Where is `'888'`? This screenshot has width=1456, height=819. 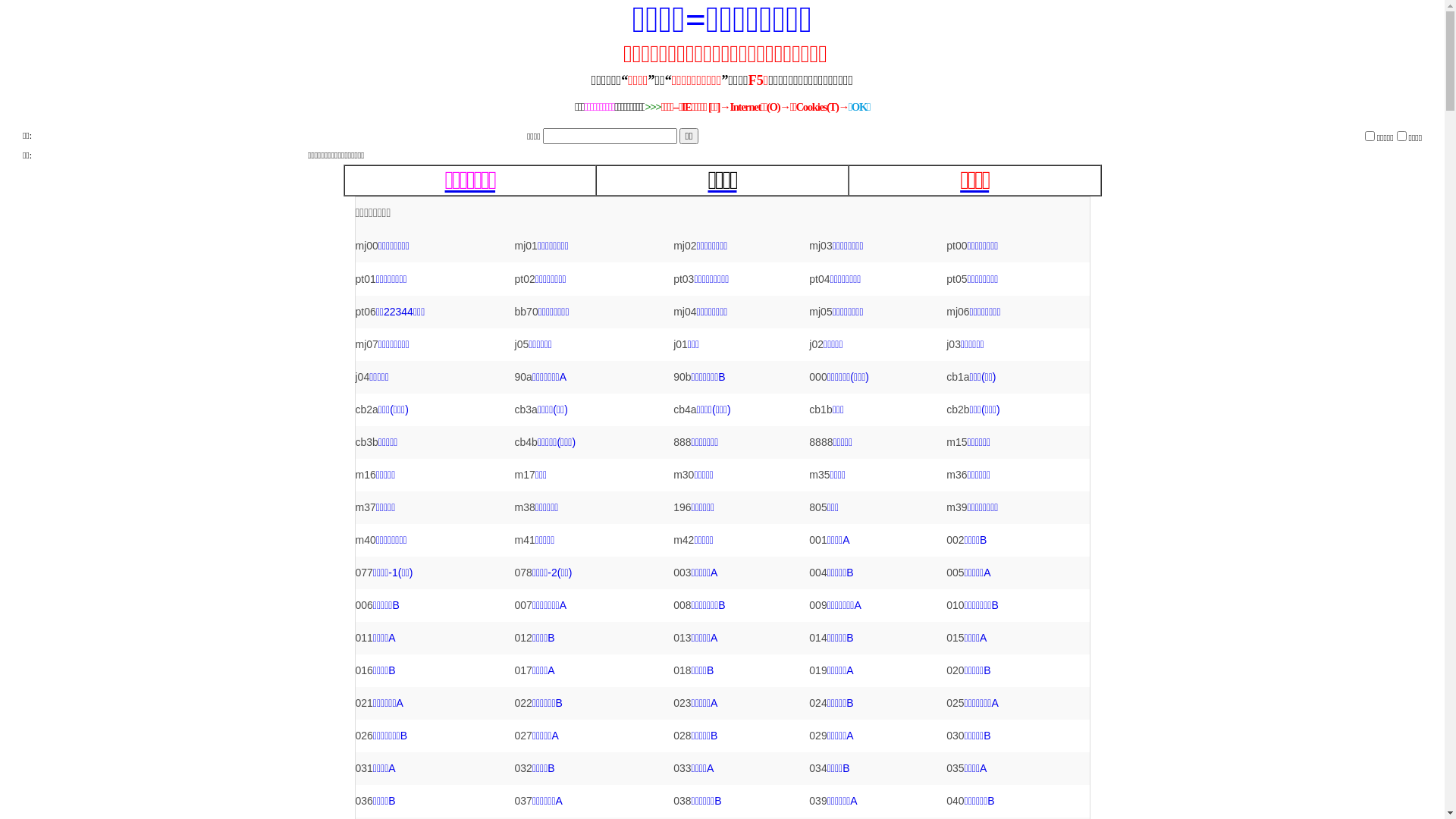 '888' is located at coordinates (681, 441).